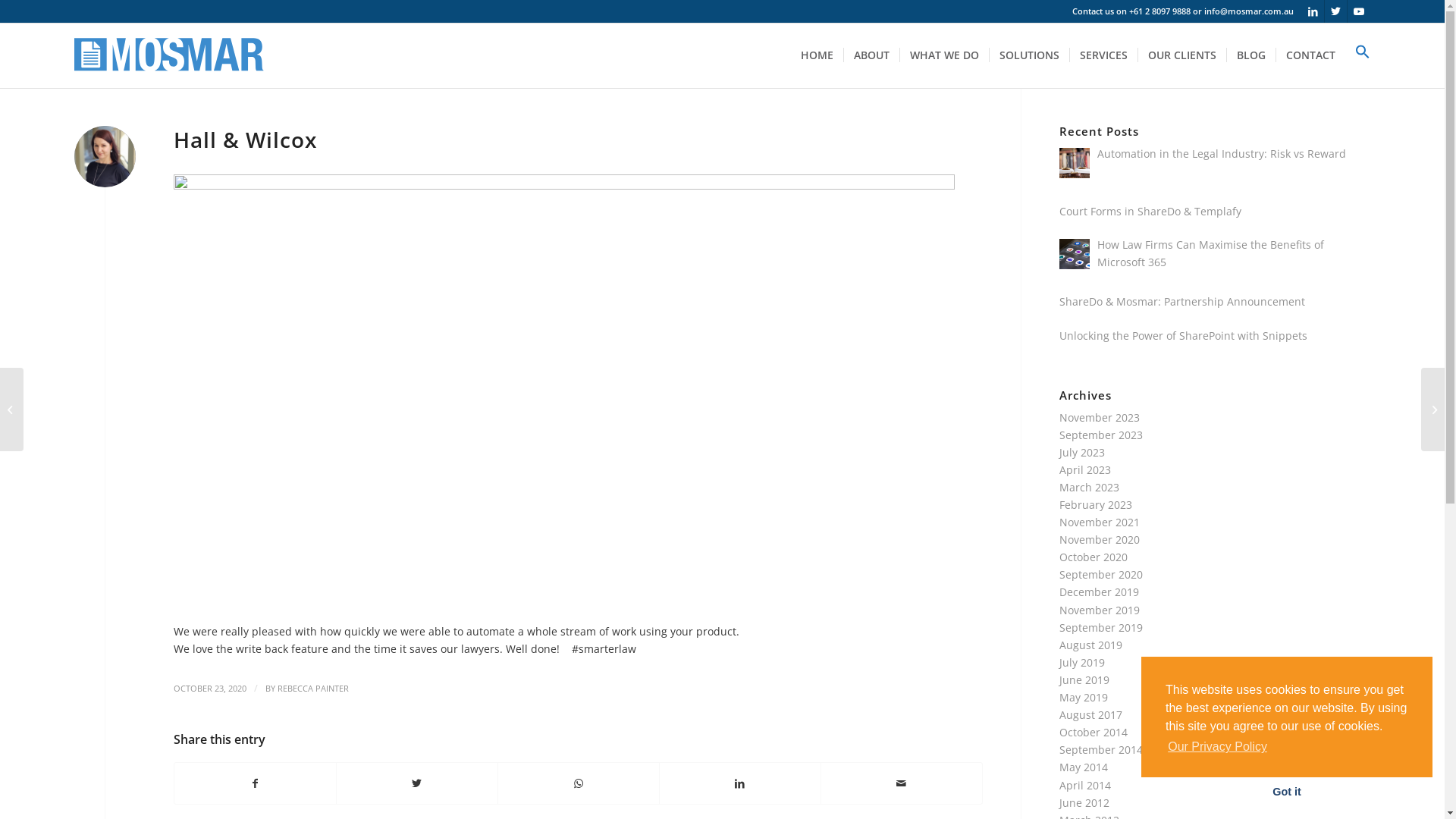 Image resolution: width=1456 pixels, height=819 pixels. I want to click on 'Our Privacy Policy', so click(1217, 745).